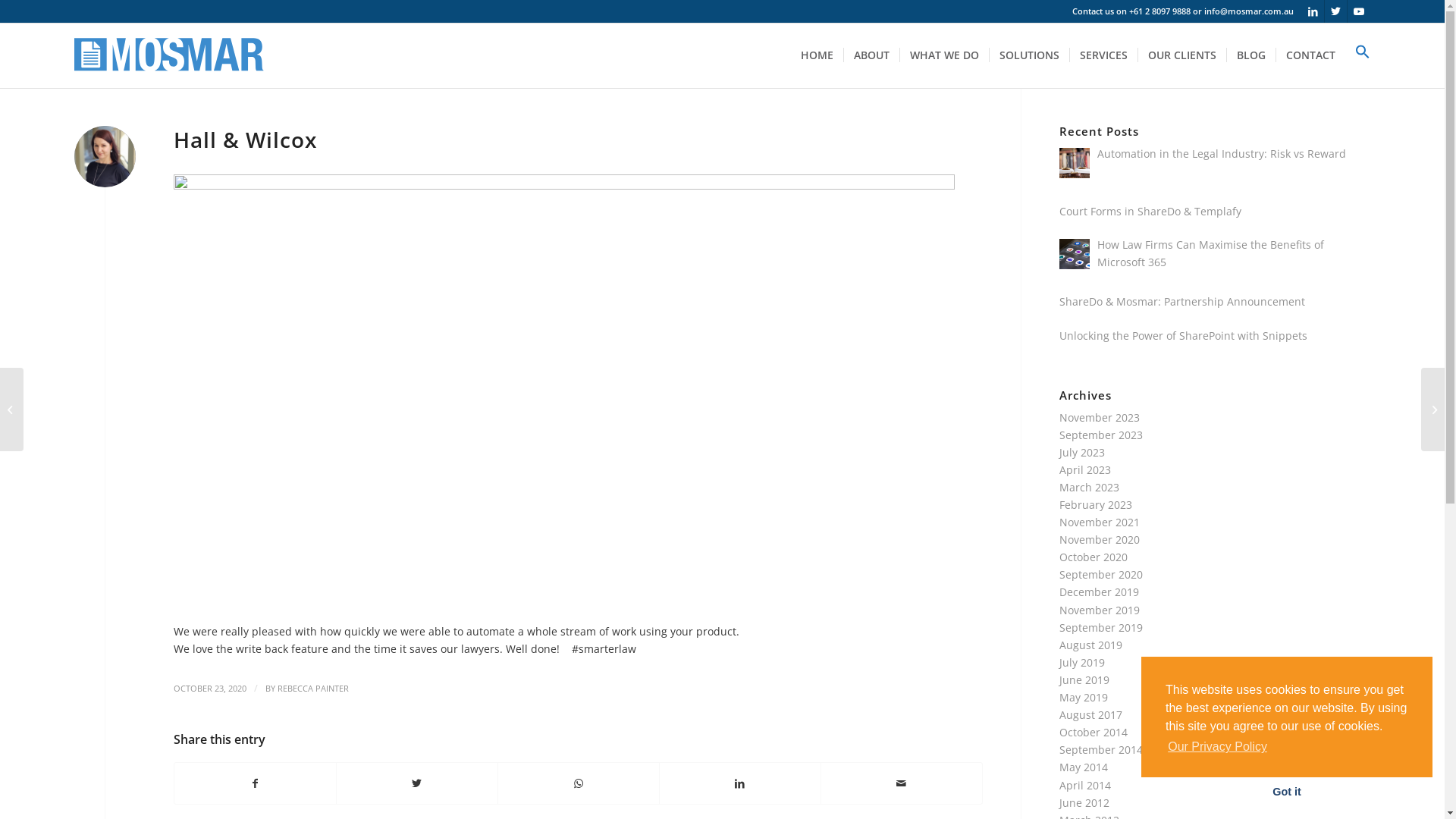 Image resolution: width=1456 pixels, height=819 pixels. I want to click on 'Our Privacy Policy', so click(1217, 745).